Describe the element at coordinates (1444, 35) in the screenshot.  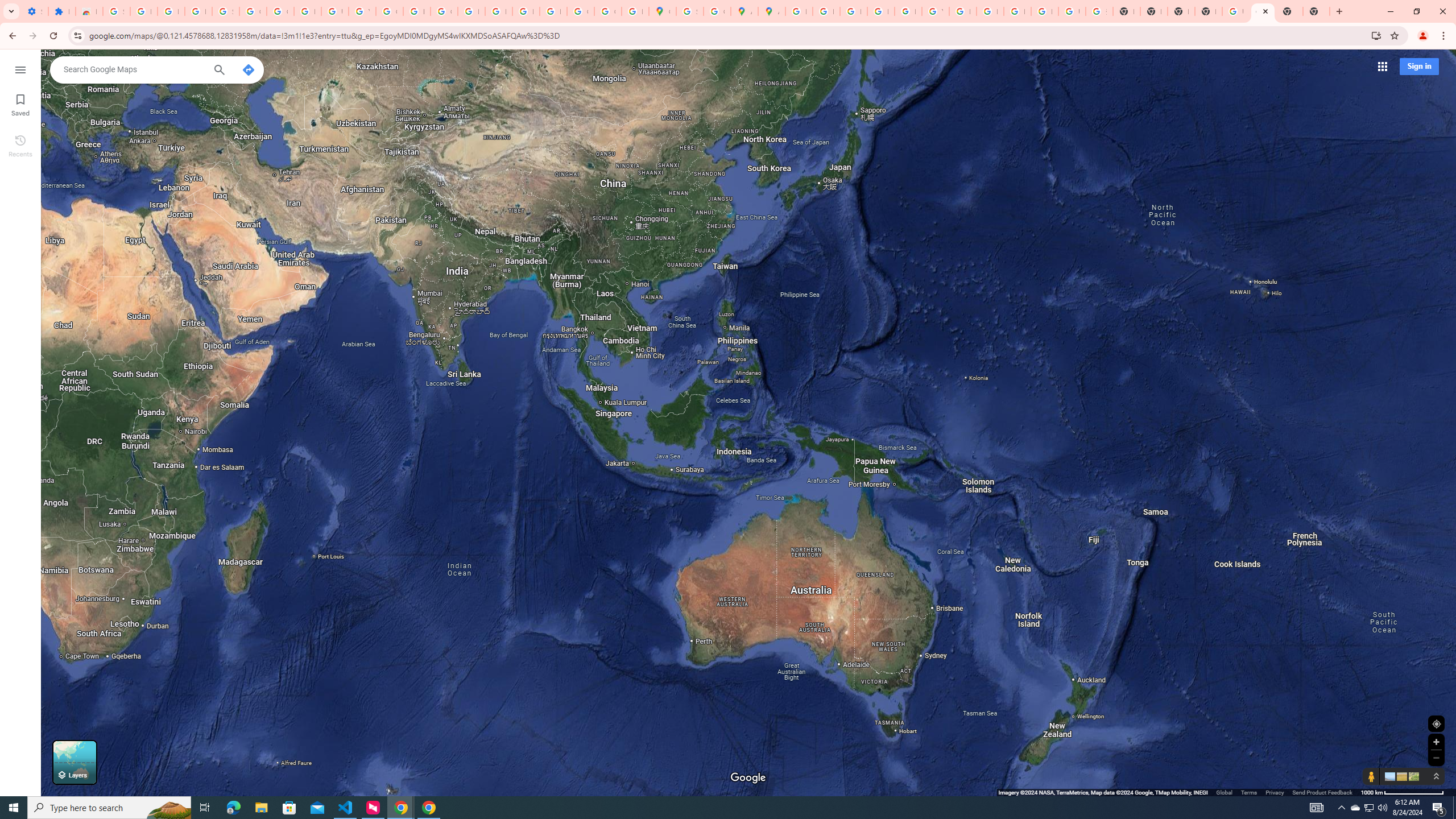
I see `'Chrome'` at that location.